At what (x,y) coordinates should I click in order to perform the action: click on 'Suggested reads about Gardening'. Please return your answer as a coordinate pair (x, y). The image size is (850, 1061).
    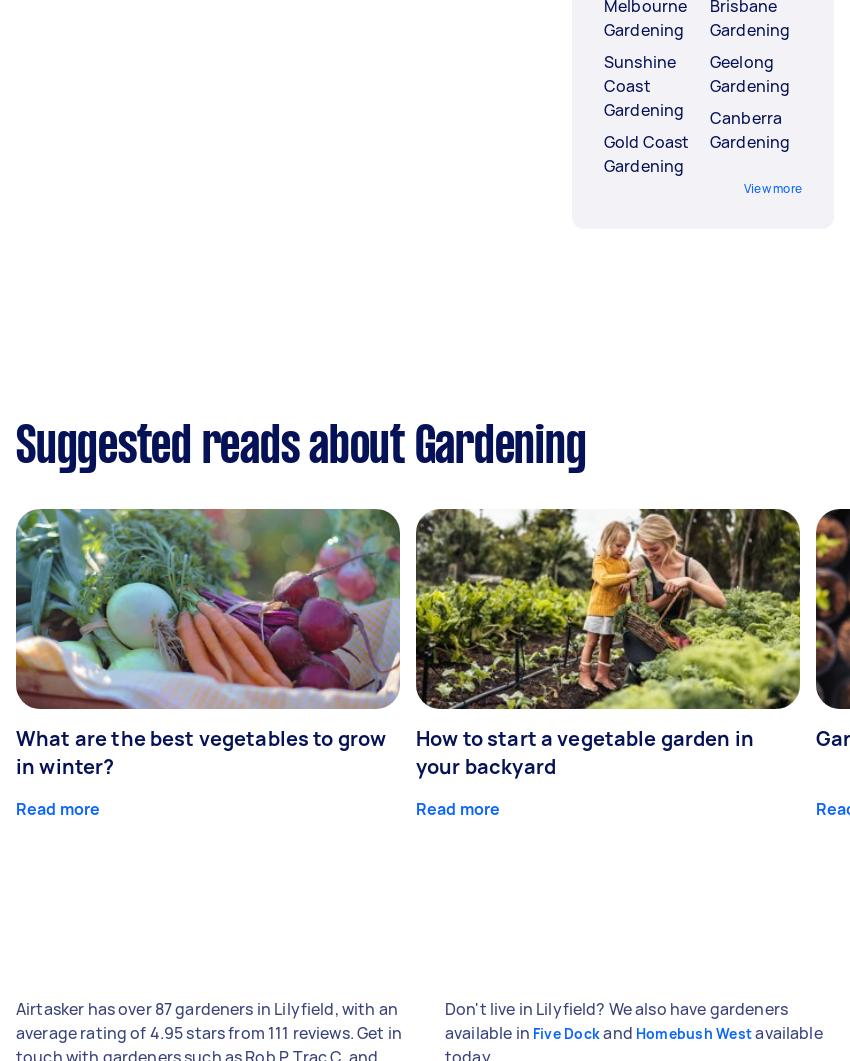
    Looking at the image, I should click on (300, 449).